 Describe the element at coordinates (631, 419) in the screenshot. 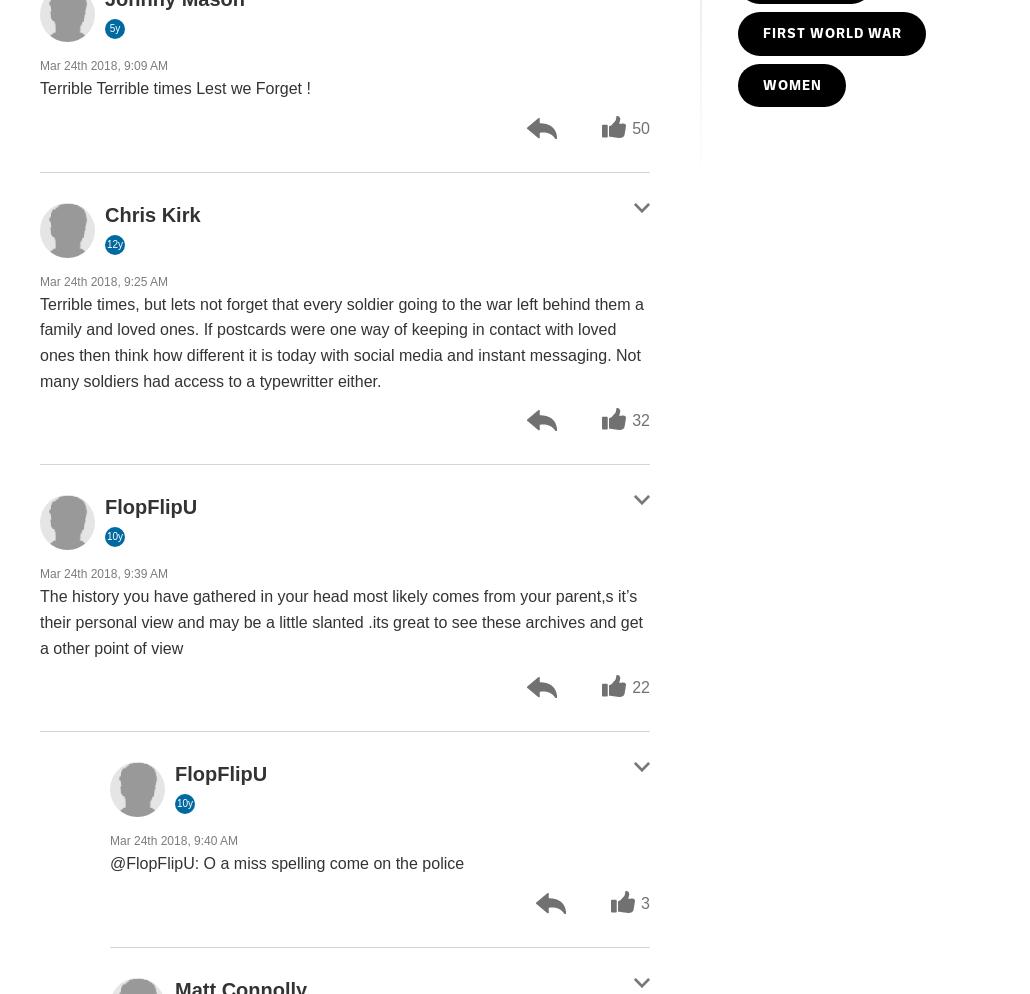

I see `'32'` at that location.